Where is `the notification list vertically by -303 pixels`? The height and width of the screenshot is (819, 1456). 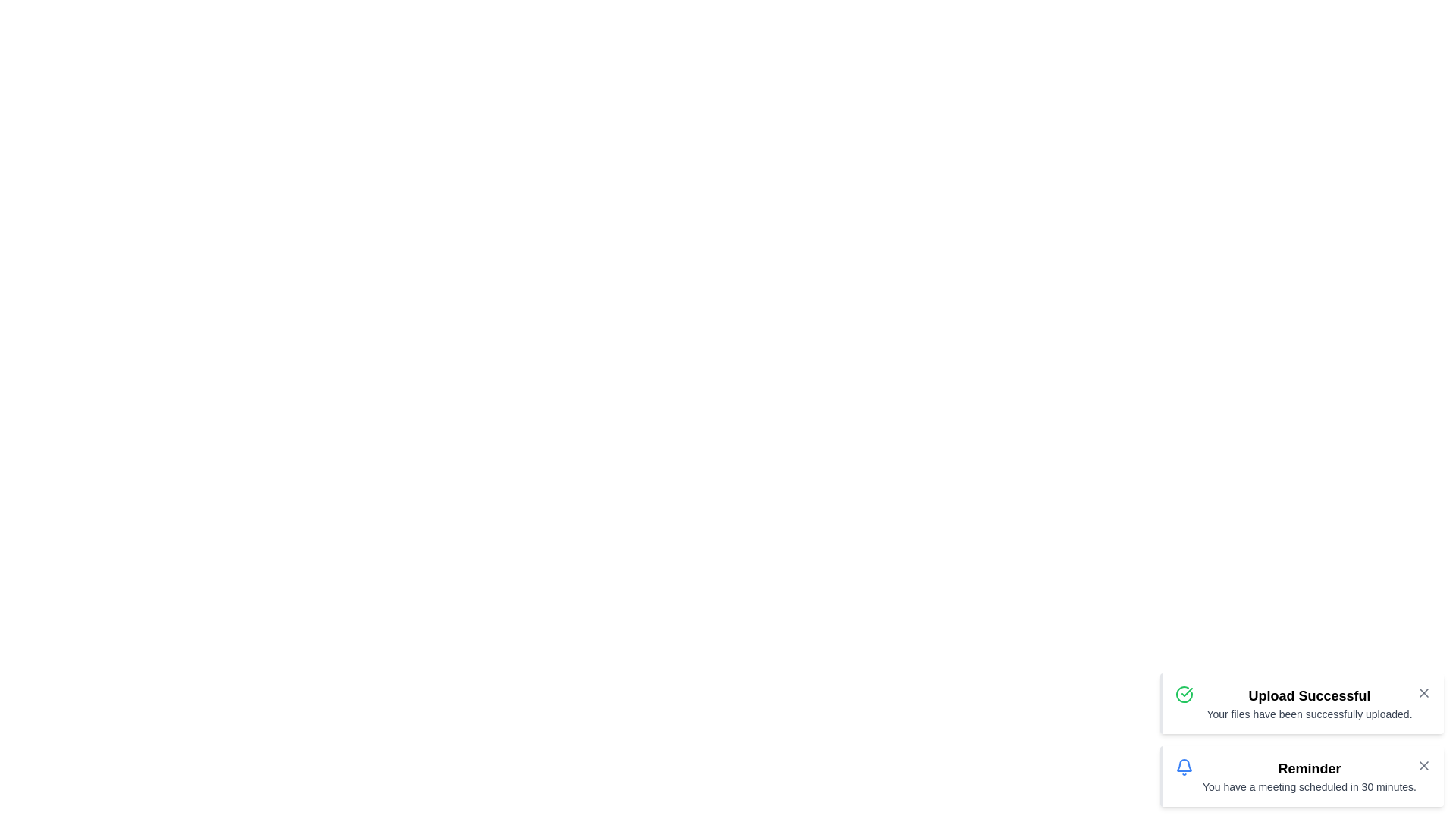 the notification list vertically by -303 pixels is located at coordinates (1301, 739).